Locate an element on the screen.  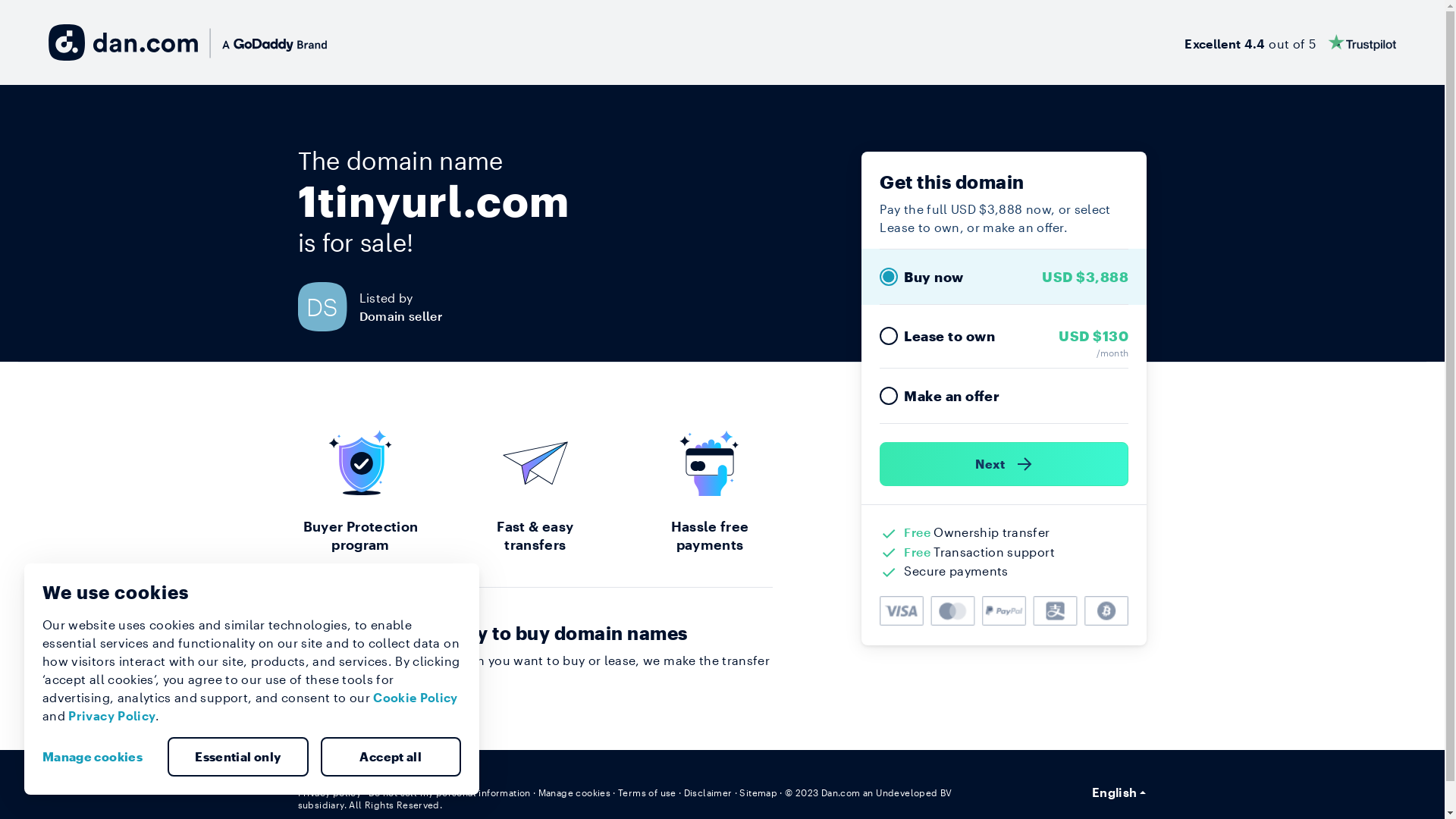
'Accept all' is located at coordinates (390, 757).